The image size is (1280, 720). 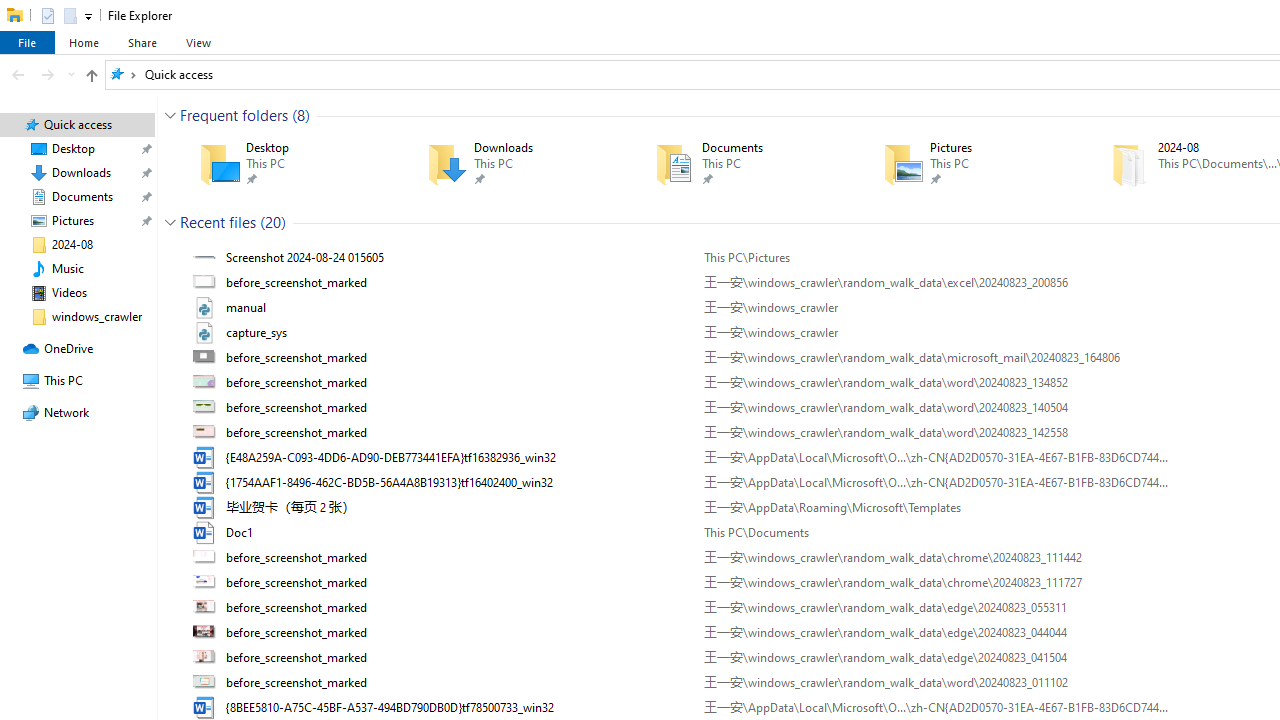 What do you see at coordinates (87, 16) in the screenshot?
I see `'Customize Quick Access Toolbar'` at bounding box center [87, 16].